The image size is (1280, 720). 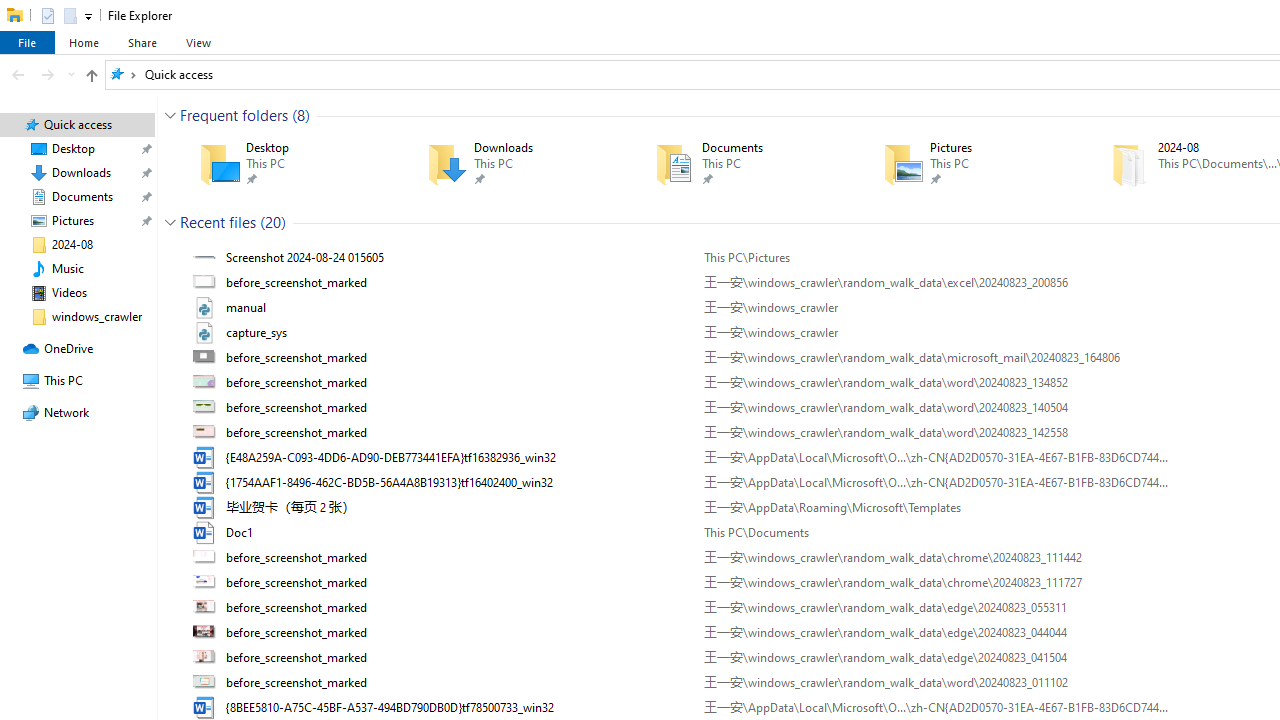 What do you see at coordinates (87, 16) in the screenshot?
I see `'Customize Quick Access Toolbar'` at bounding box center [87, 16].